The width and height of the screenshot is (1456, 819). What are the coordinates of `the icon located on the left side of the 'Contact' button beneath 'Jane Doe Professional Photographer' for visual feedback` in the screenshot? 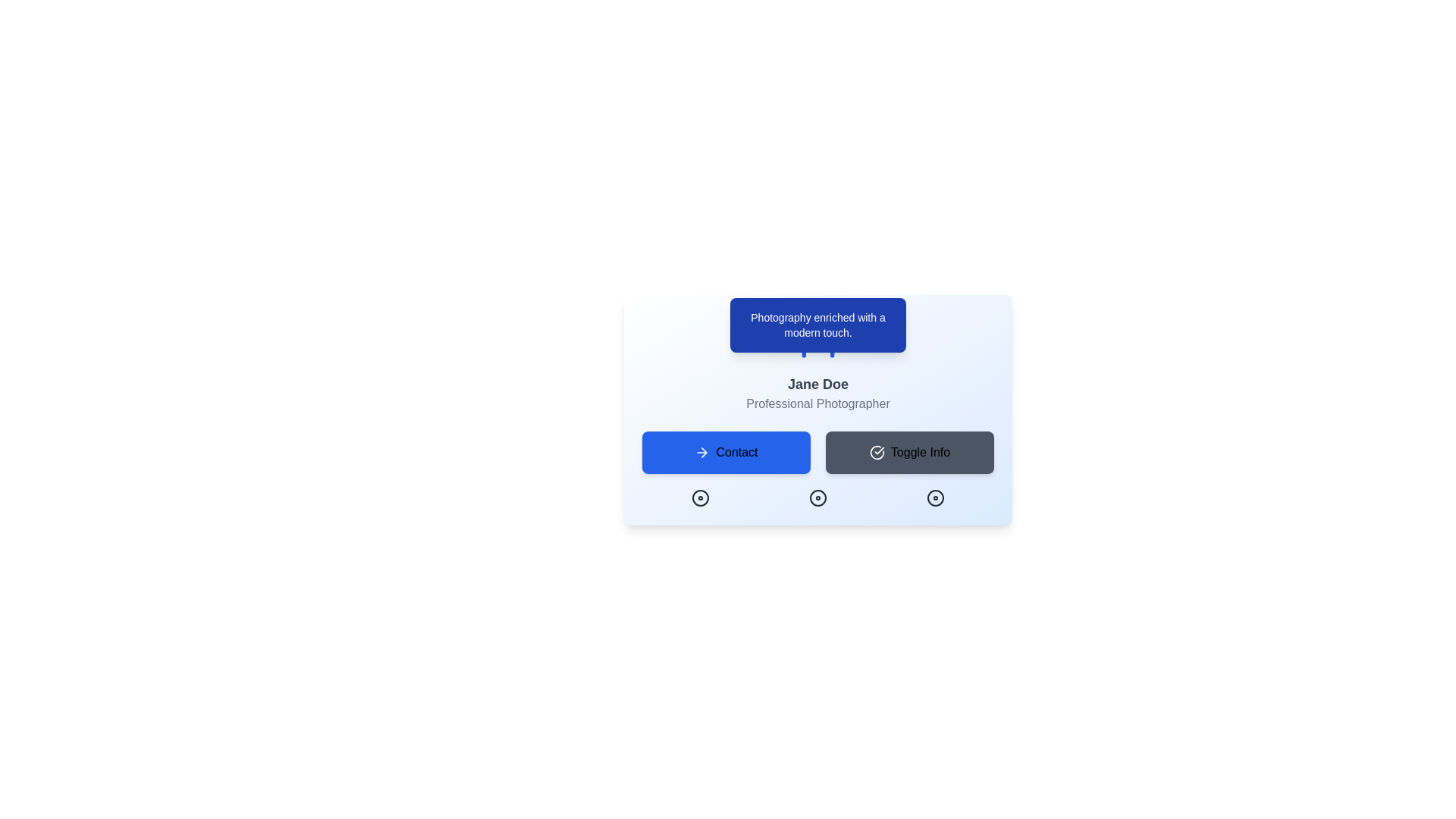 It's located at (701, 452).